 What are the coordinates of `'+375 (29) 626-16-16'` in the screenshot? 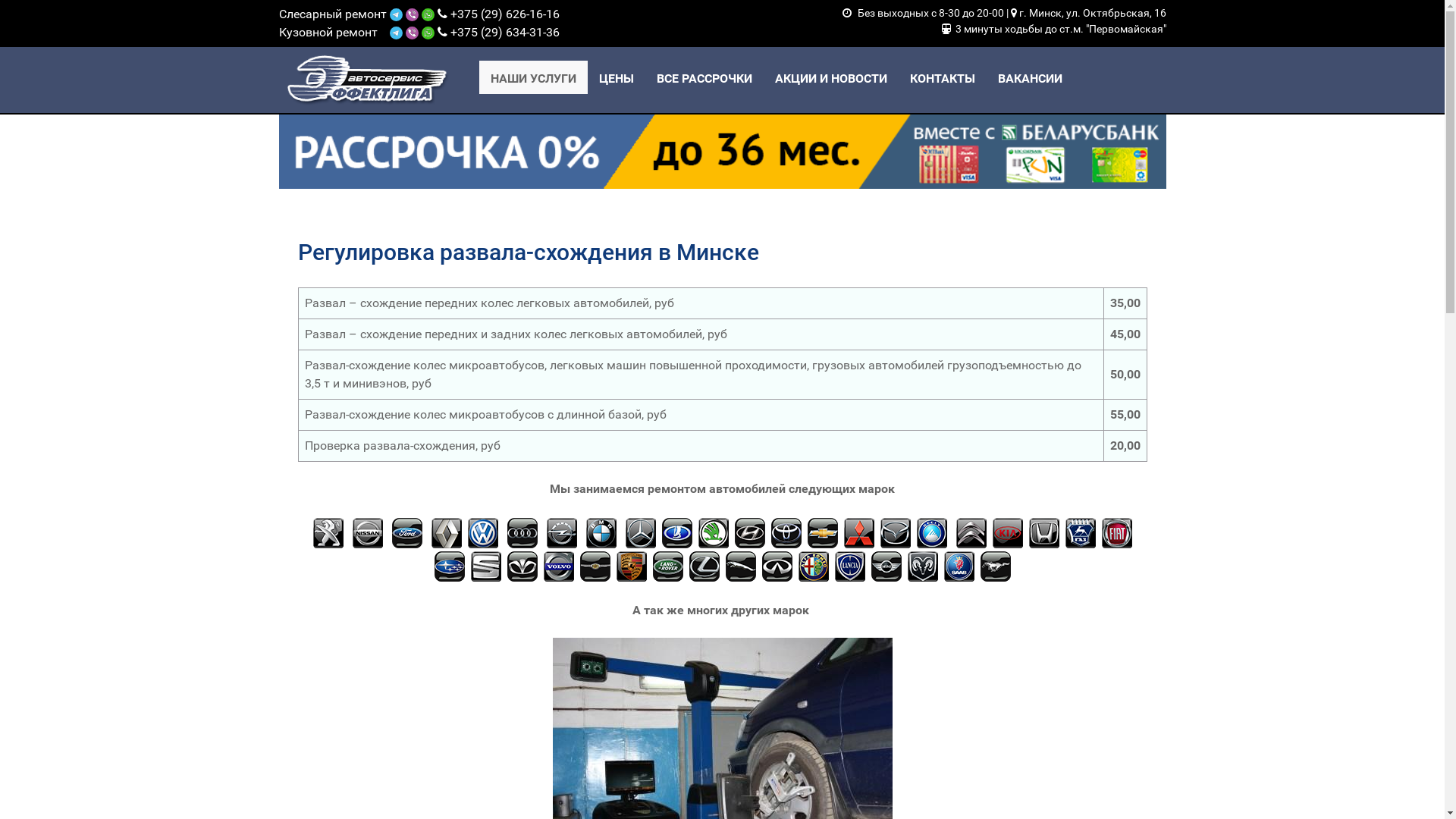 It's located at (505, 14).